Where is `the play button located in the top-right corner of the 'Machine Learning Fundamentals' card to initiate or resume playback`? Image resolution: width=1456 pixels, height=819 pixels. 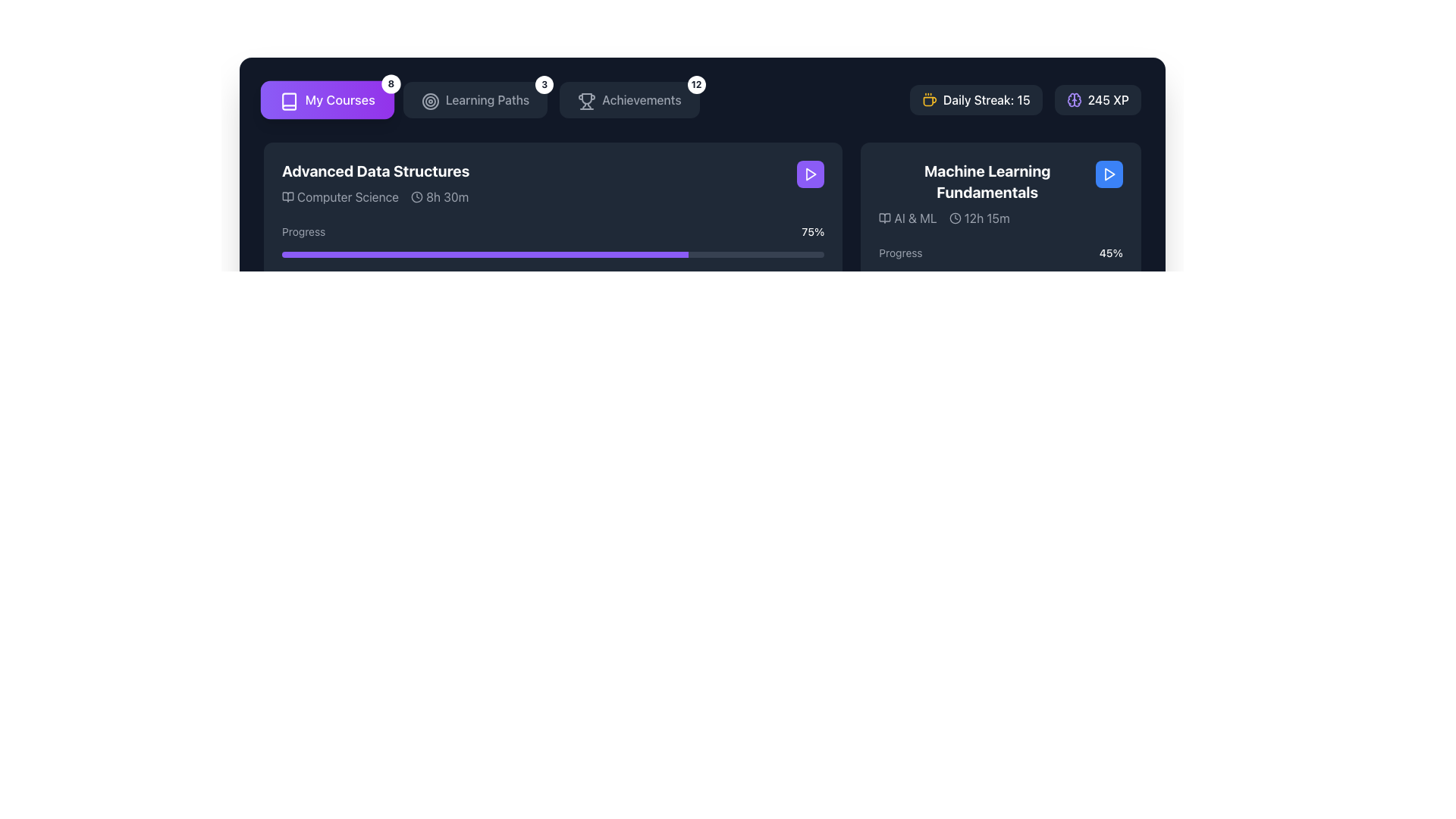
the play button located in the top-right corner of the 'Machine Learning Fundamentals' card to initiate or resume playback is located at coordinates (811, 174).